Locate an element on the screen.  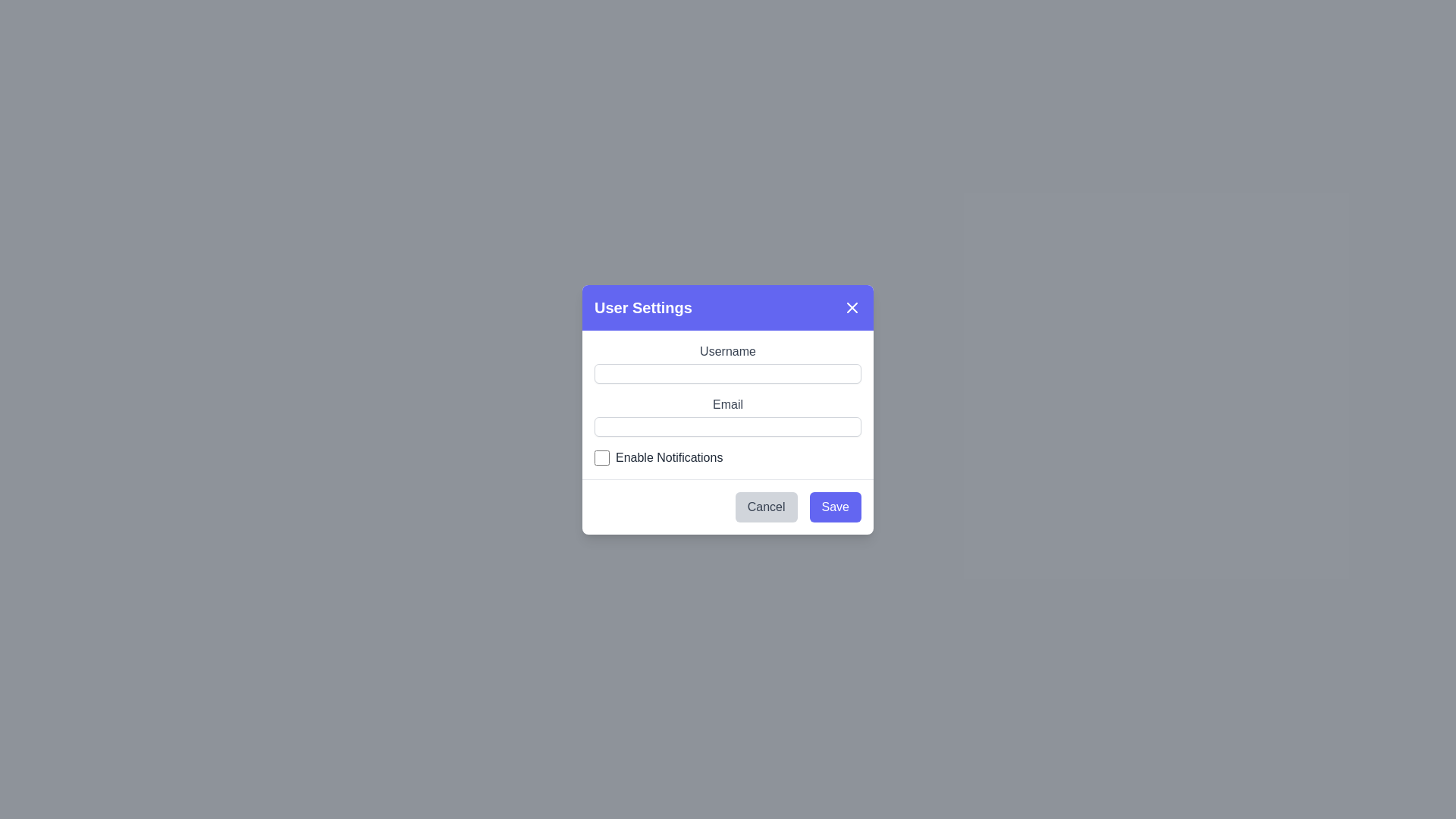
the checkbox for enabling or disabling notifications located below the Email input field in the User Settings form is located at coordinates (728, 457).